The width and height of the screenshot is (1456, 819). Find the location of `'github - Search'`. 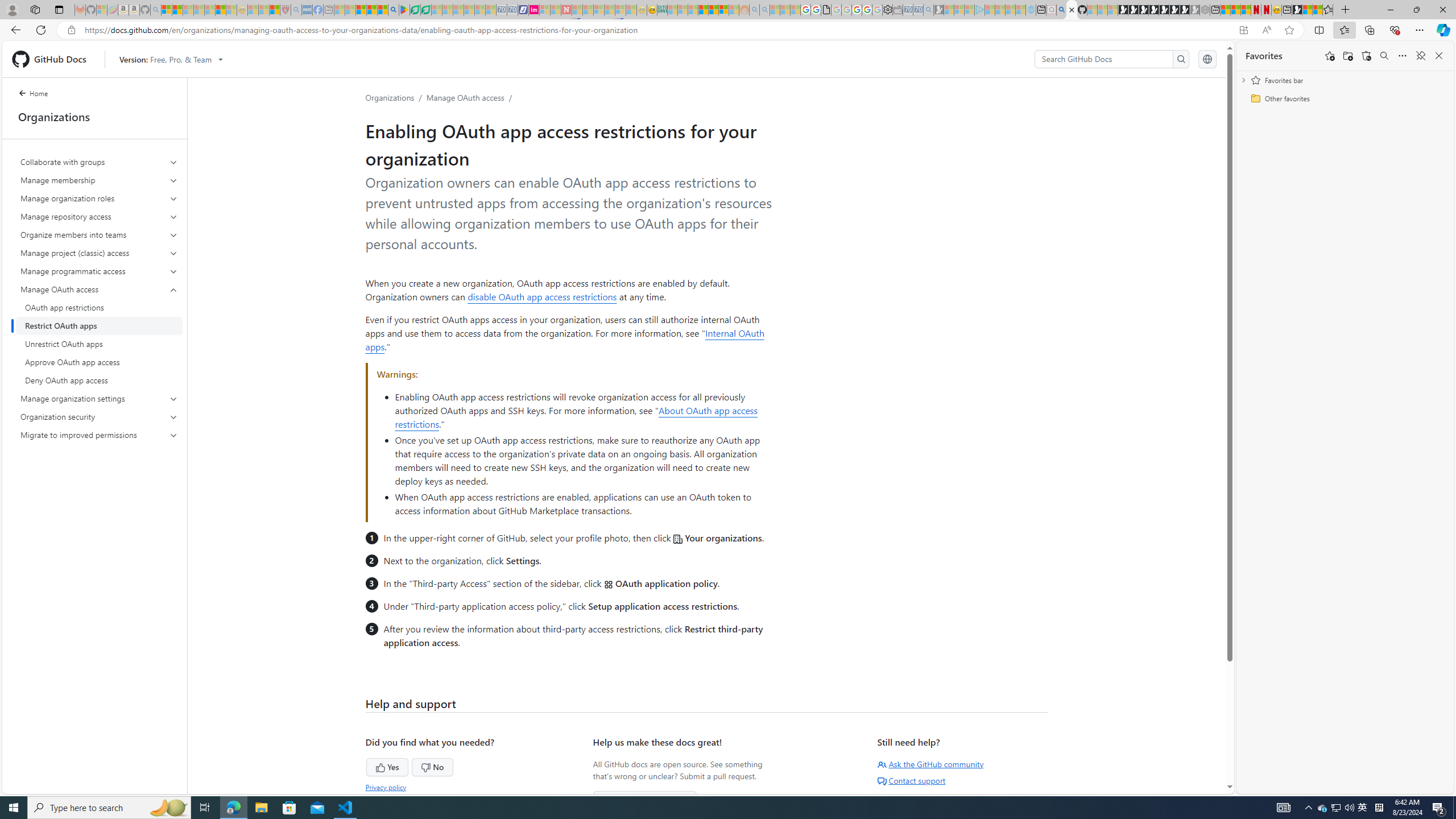

'github - Search' is located at coordinates (1061, 9).